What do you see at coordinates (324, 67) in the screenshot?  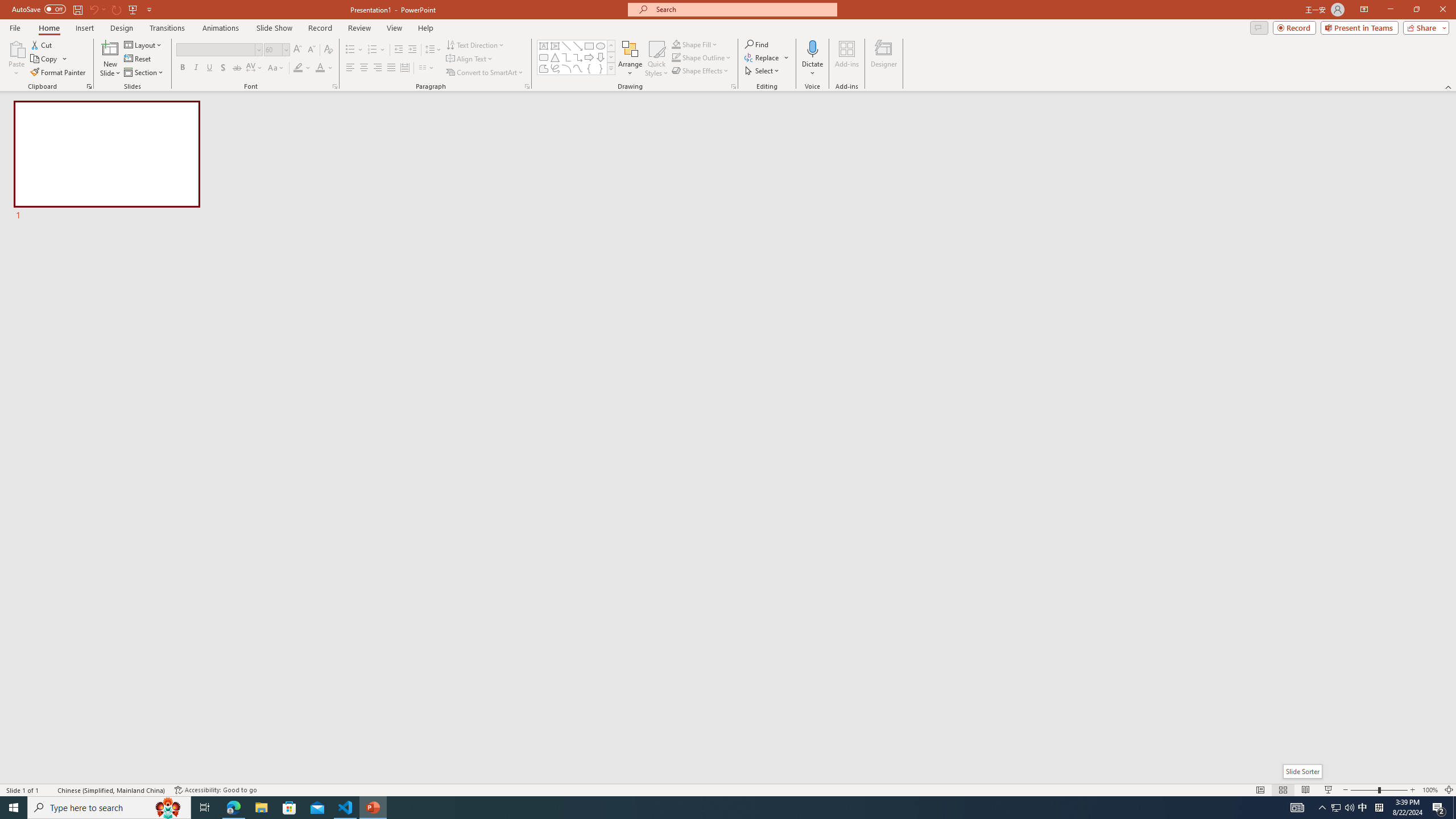 I see `'Font Color'` at bounding box center [324, 67].